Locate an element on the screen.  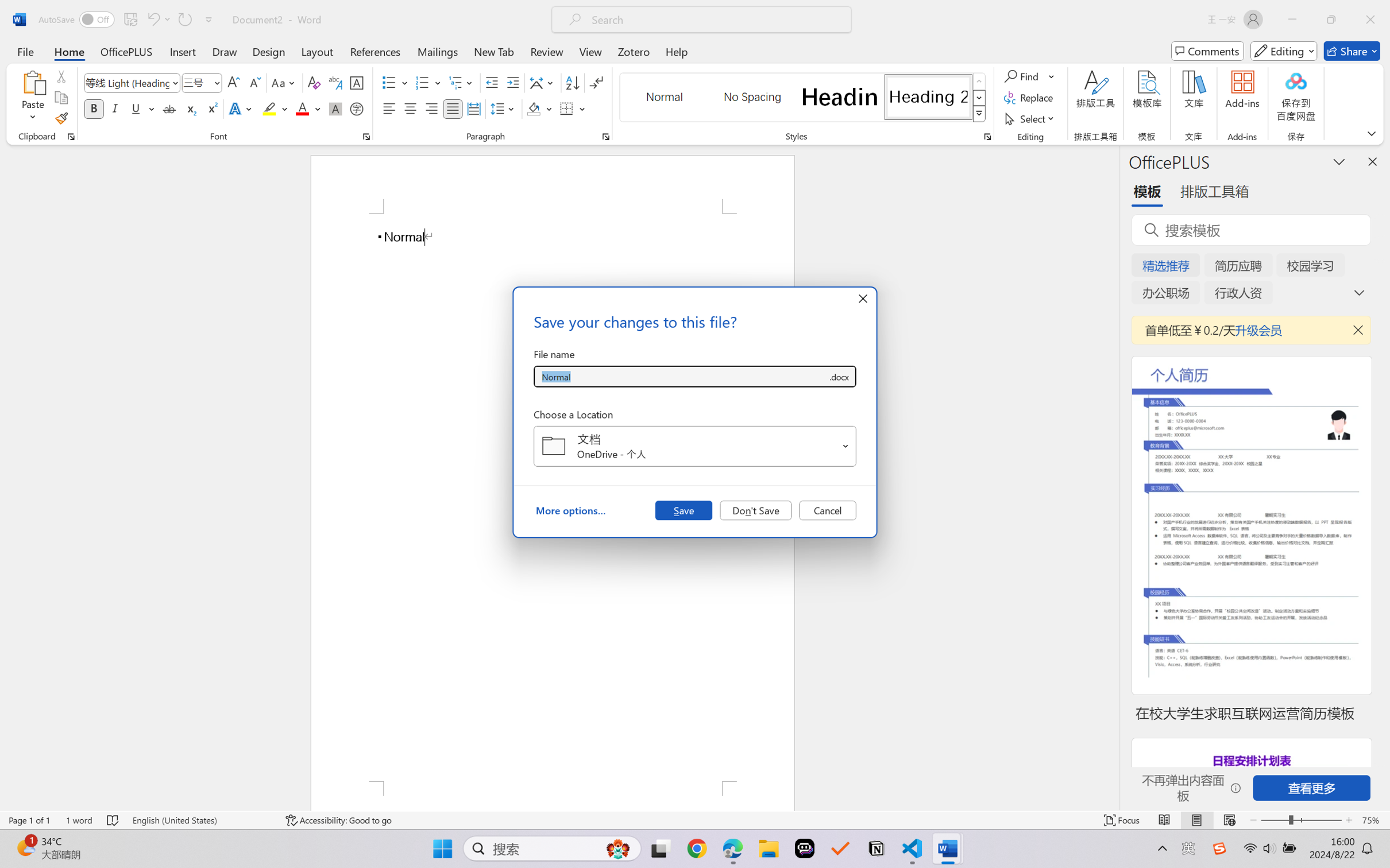
'AutomationID: QuickStylesGallery' is located at coordinates (802, 98).